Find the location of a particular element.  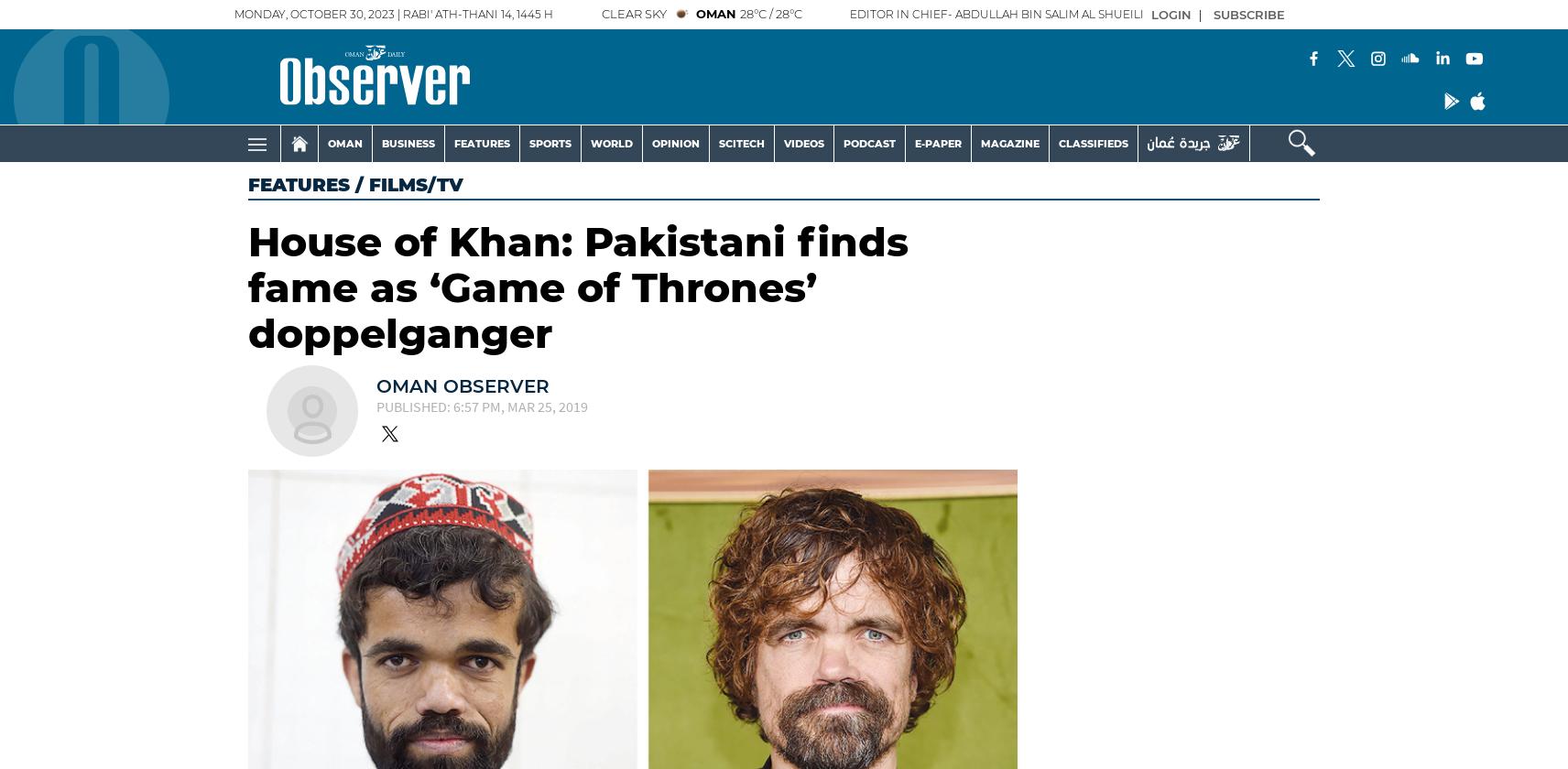

'SCITECH' is located at coordinates (741, 143).